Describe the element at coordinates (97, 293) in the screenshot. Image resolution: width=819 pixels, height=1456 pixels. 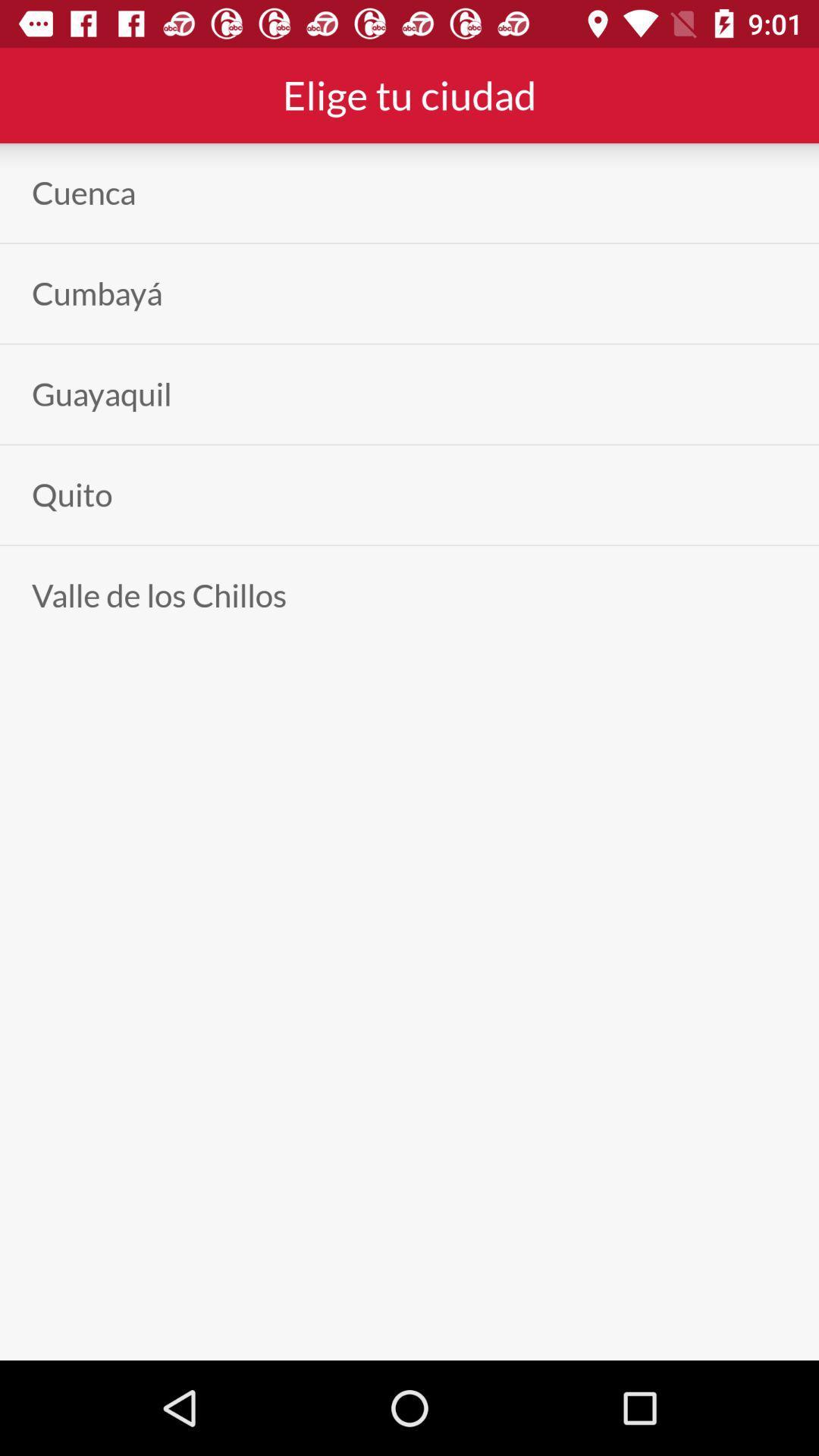
I see `the item above guayaquil icon` at that location.